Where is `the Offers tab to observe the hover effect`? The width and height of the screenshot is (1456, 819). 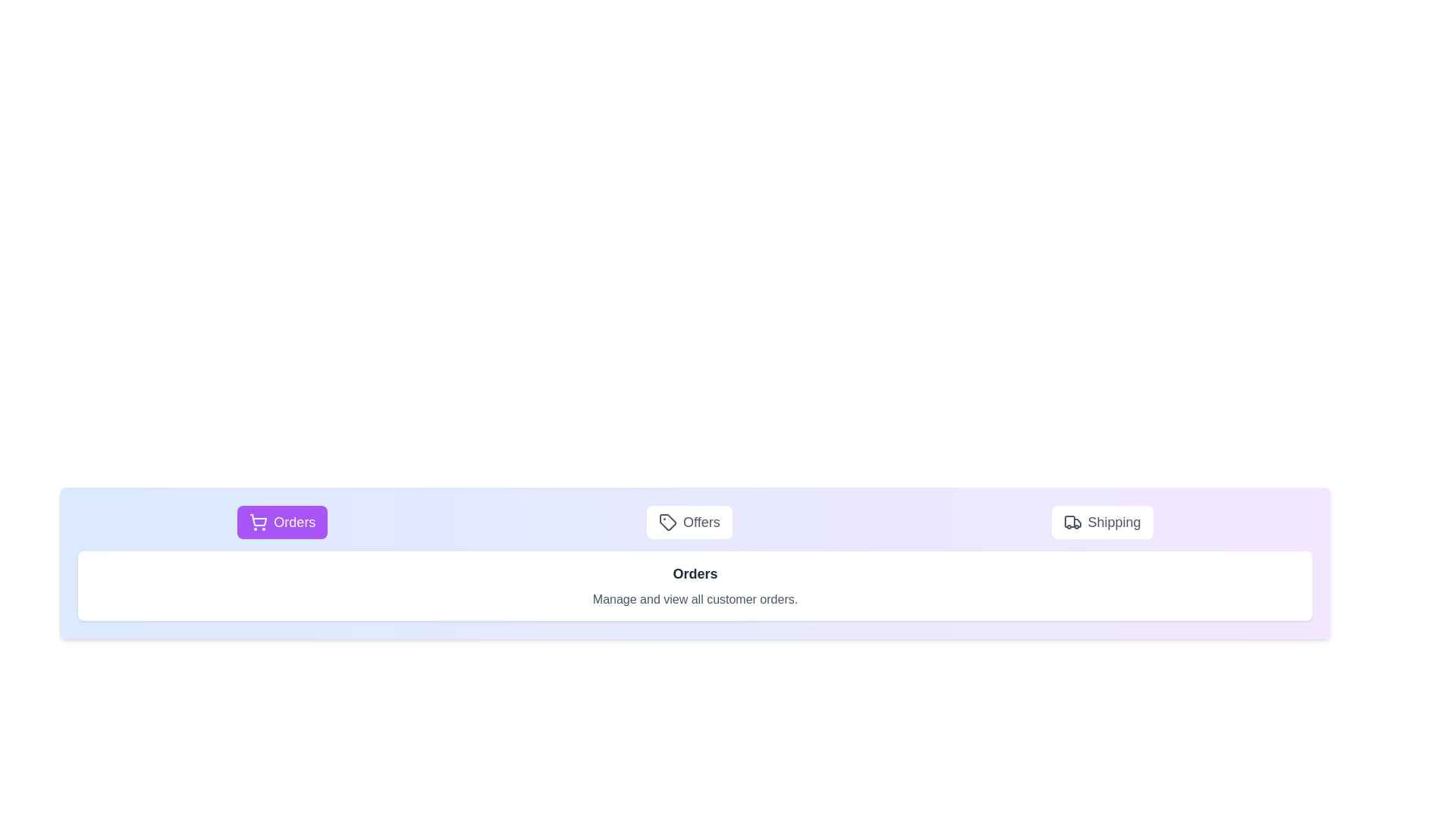
the Offers tab to observe the hover effect is located at coordinates (689, 522).